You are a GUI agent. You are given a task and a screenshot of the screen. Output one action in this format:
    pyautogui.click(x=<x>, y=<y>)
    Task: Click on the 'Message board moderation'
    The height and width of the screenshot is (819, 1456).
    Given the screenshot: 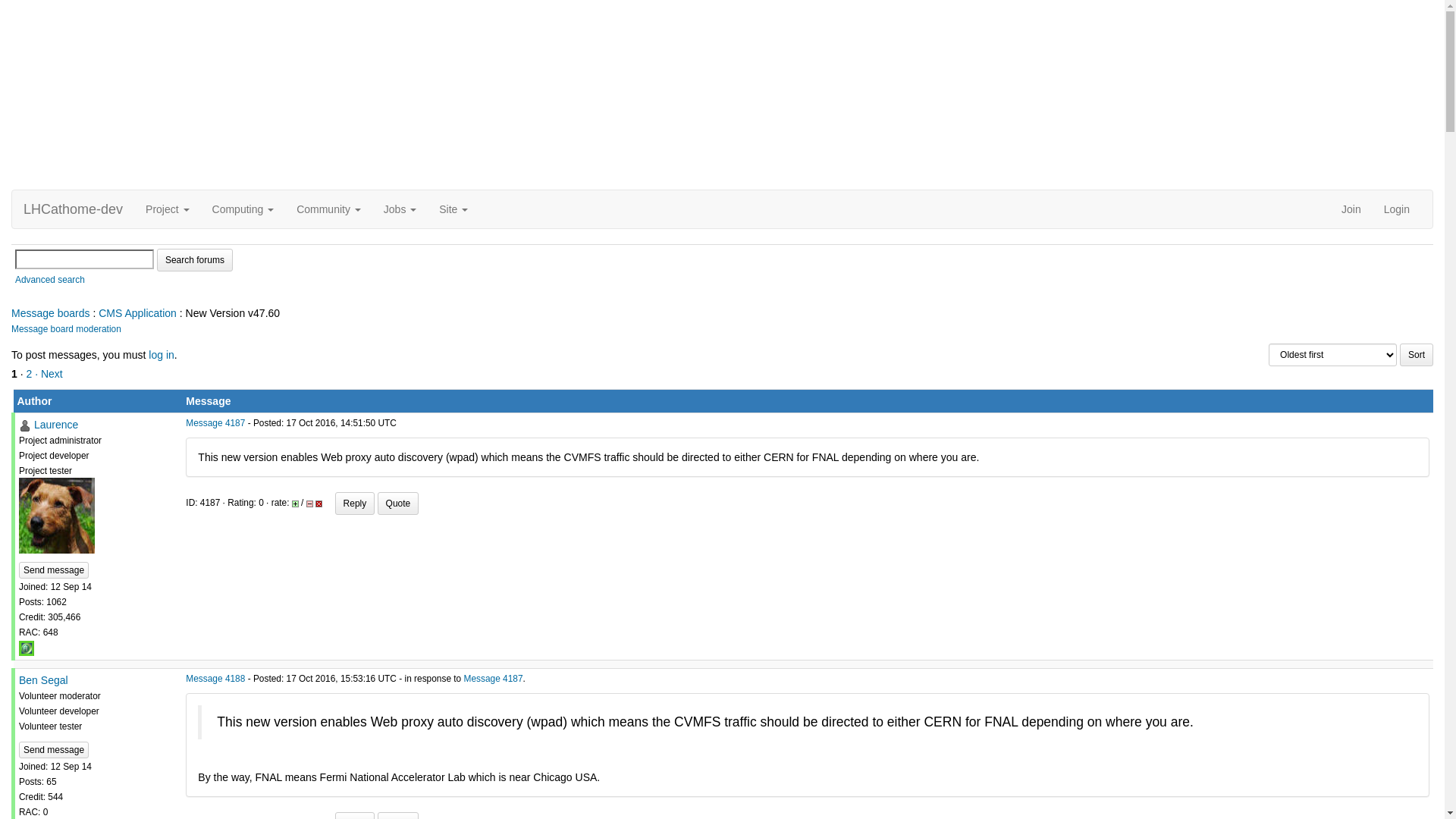 What is the action you would take?
    pyautogui.click(x=65, y=328)
    